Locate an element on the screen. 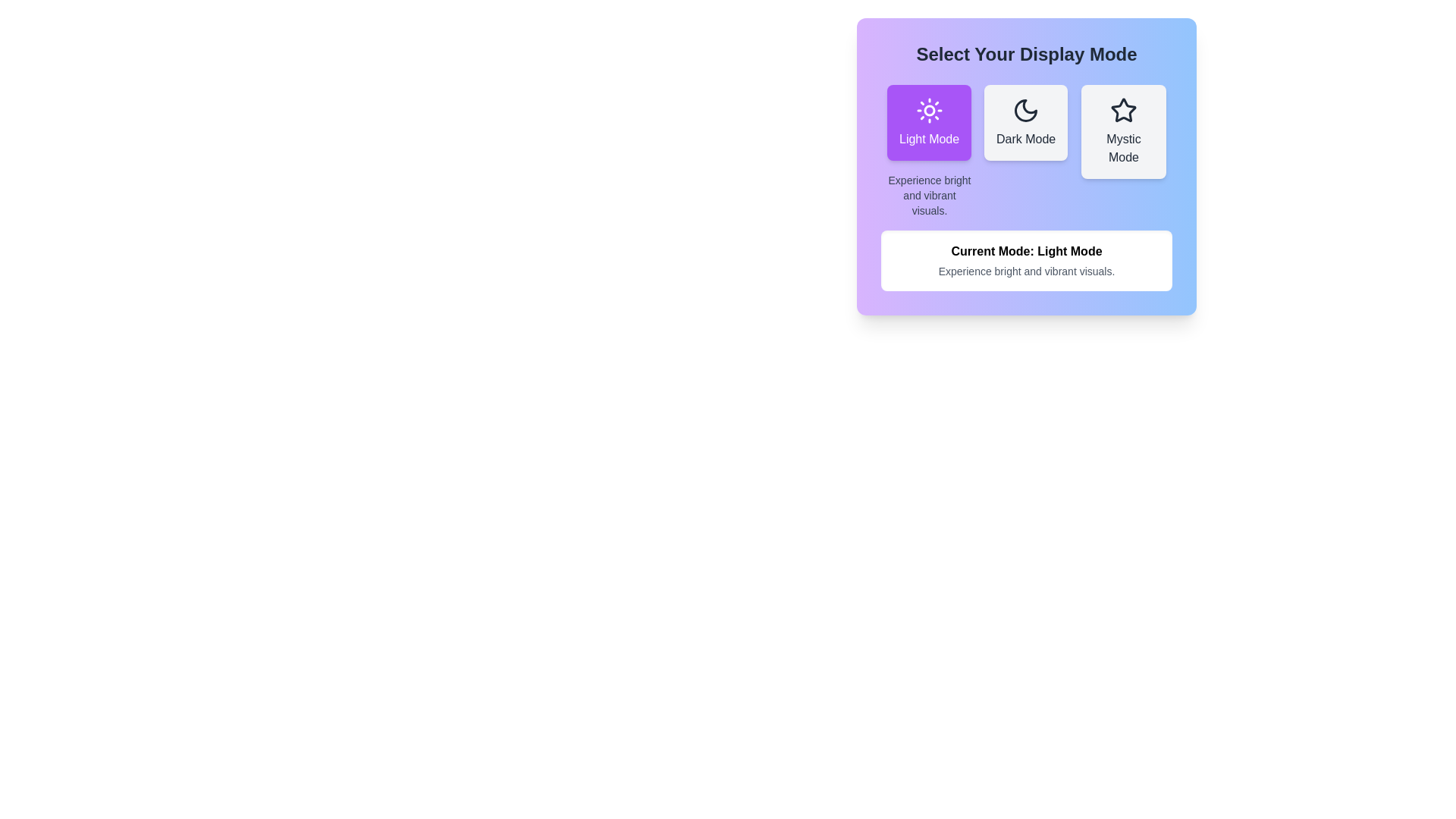 The image size is (1456, 819). the theme Light Mode by clicking the corresponding button is located at coordinates (927, 122).